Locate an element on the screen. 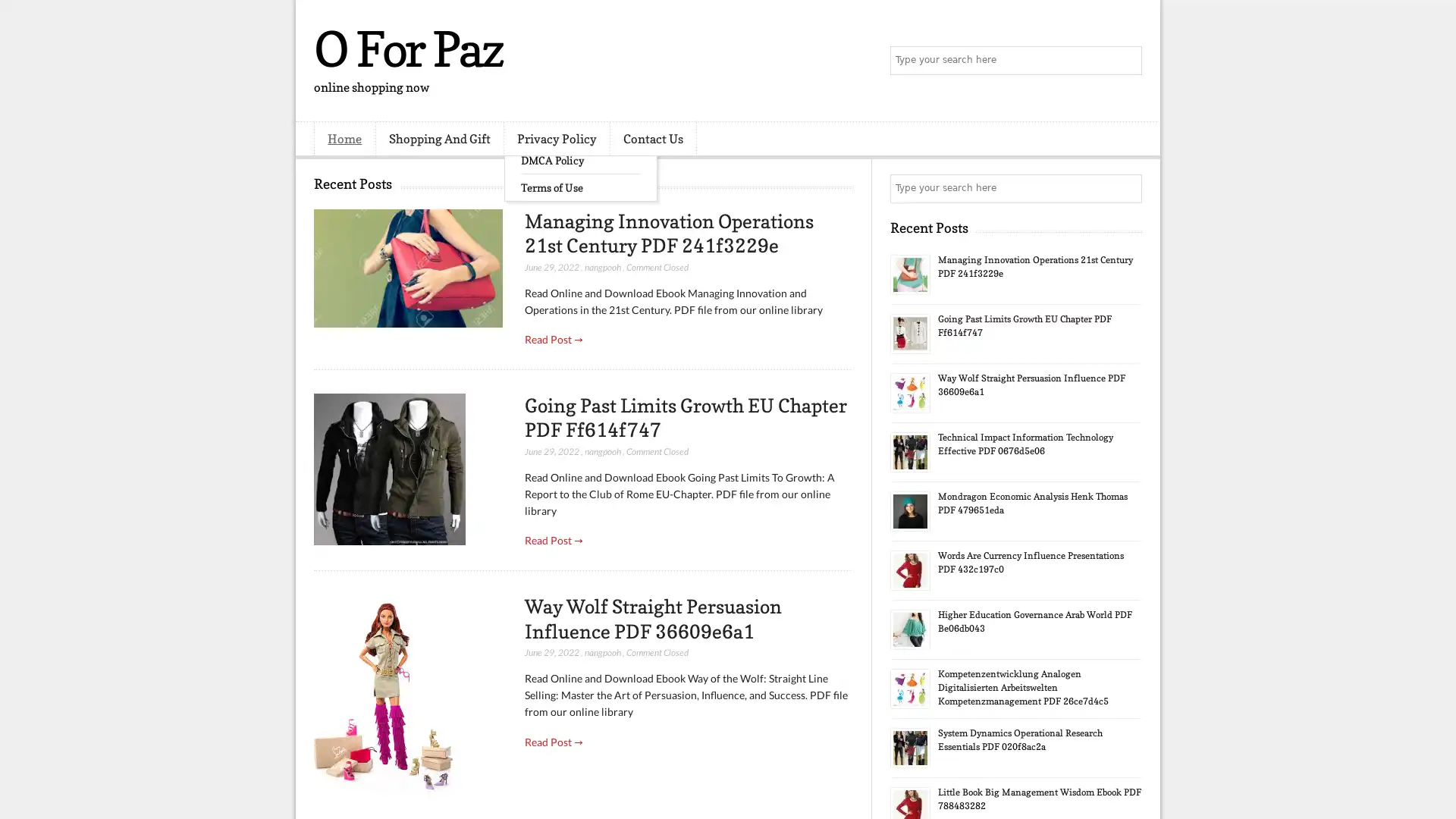  Search is located at coordinates (1126, 188).